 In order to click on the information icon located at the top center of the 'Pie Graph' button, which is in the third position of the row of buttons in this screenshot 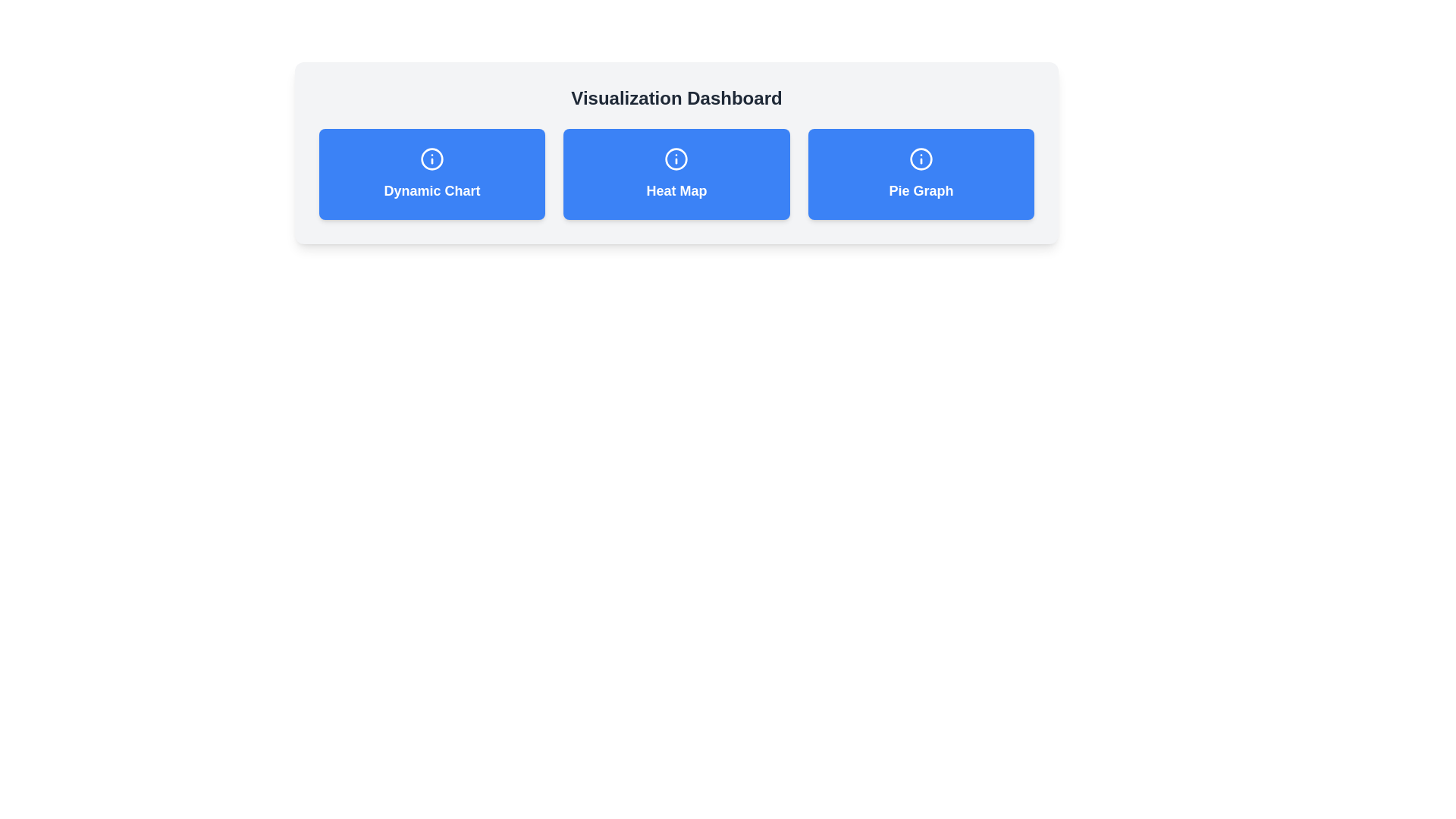, I will do `click(920, 158)`.